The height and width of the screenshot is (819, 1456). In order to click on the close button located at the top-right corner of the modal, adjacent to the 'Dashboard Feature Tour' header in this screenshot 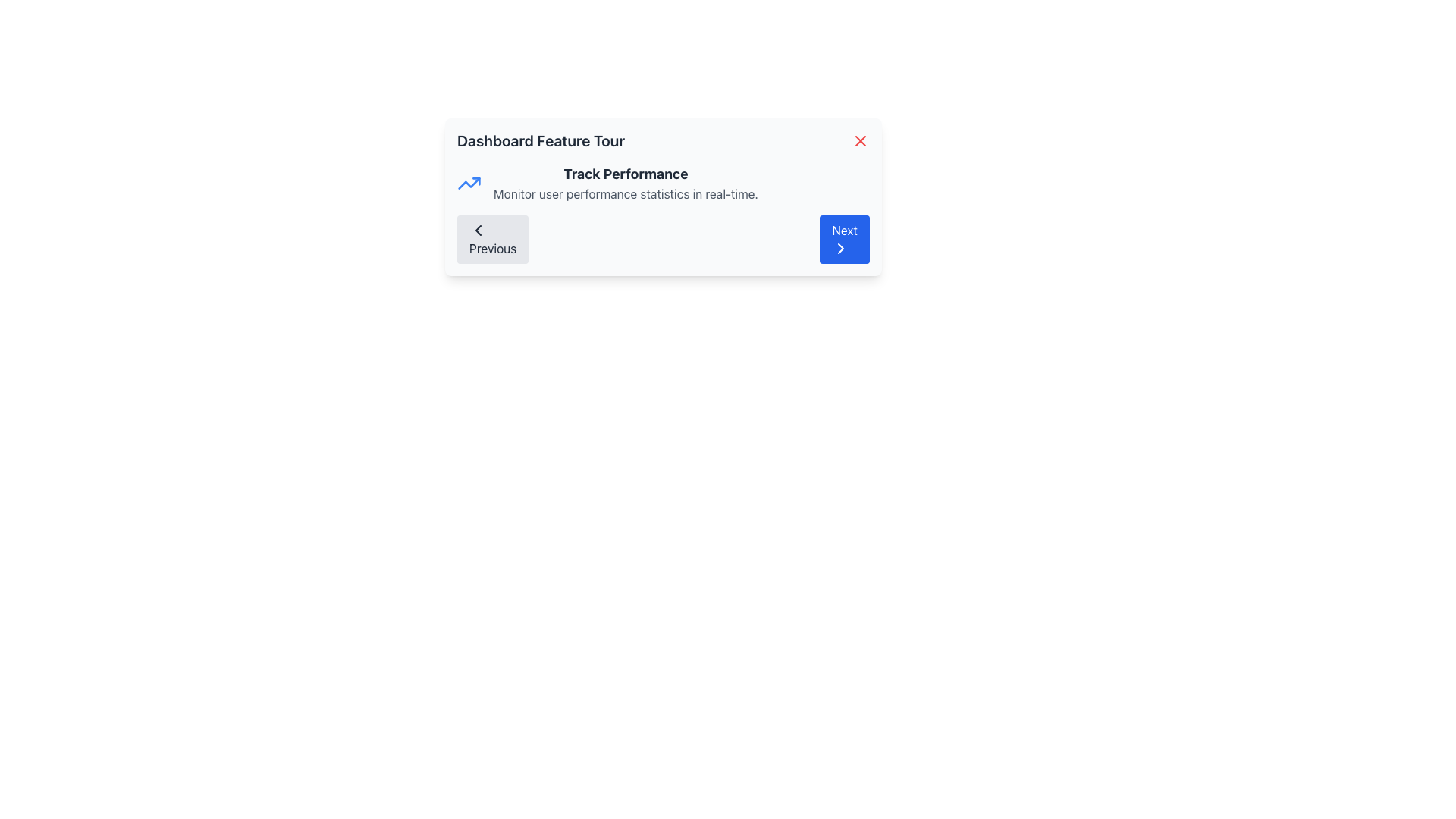, I will do `click(860, 140)`.